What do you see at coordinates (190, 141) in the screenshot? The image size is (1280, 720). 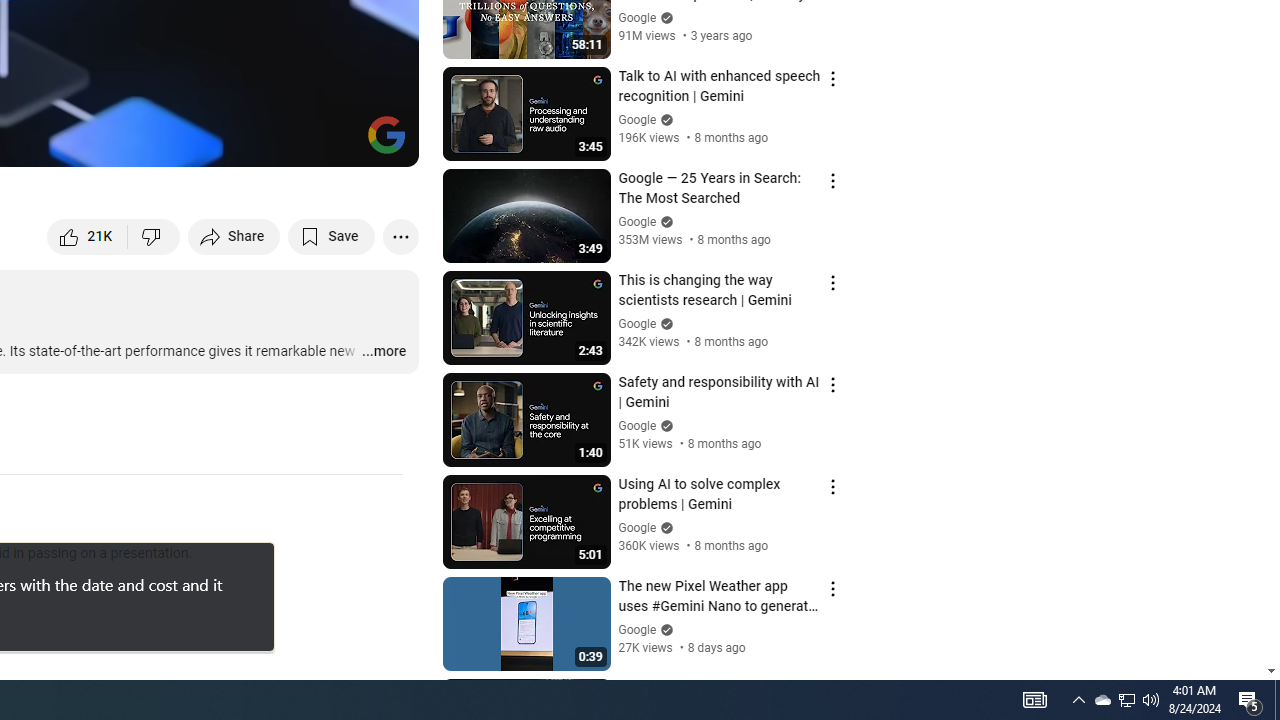 I see `'Subtitles/closed captions unavailable'` at bounding box center [190, 141].